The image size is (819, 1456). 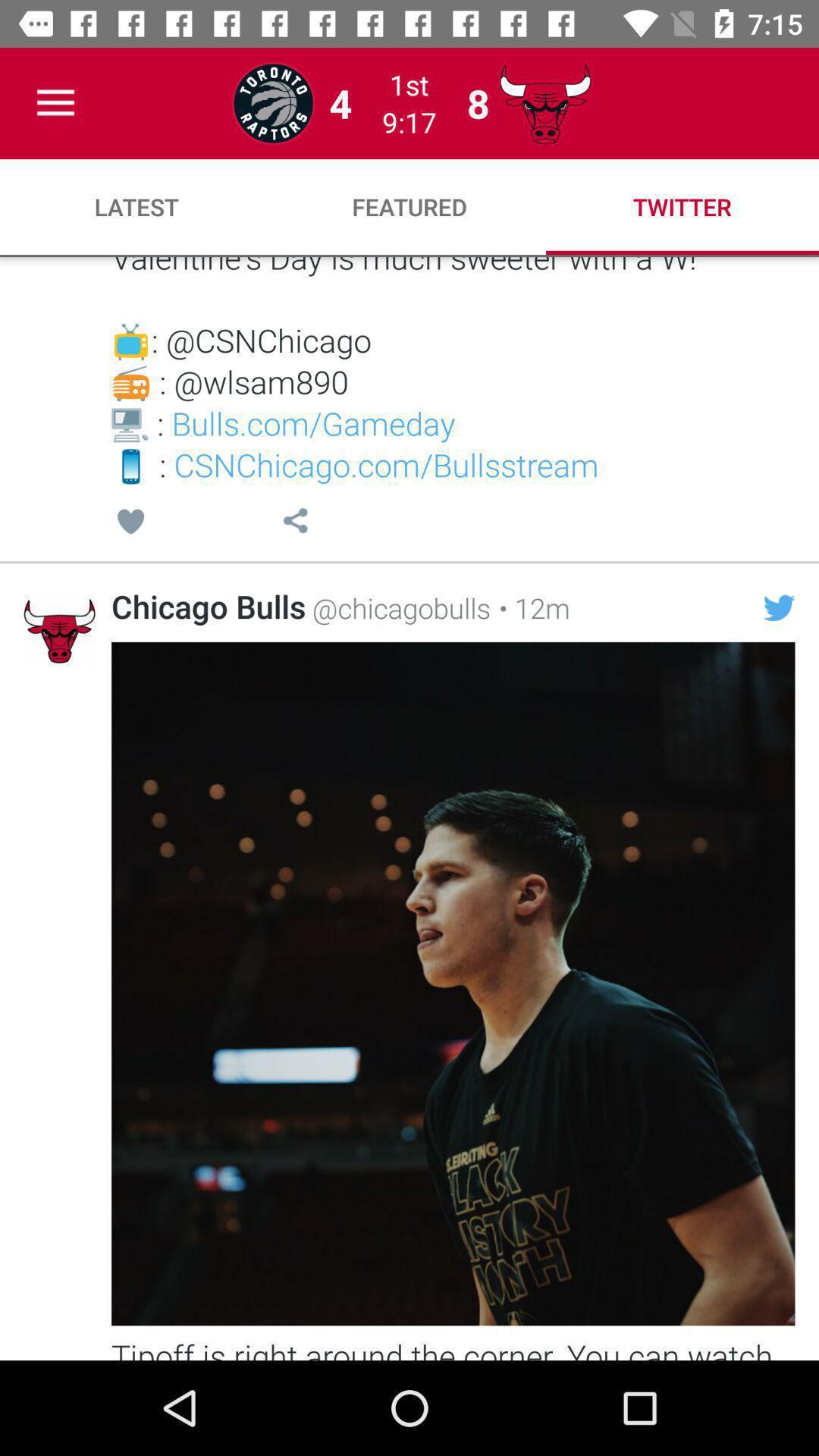 What do you see at coordinates (779, 607) in the screenshot?
I see `the item on the right` at bounding box center [779, 607].